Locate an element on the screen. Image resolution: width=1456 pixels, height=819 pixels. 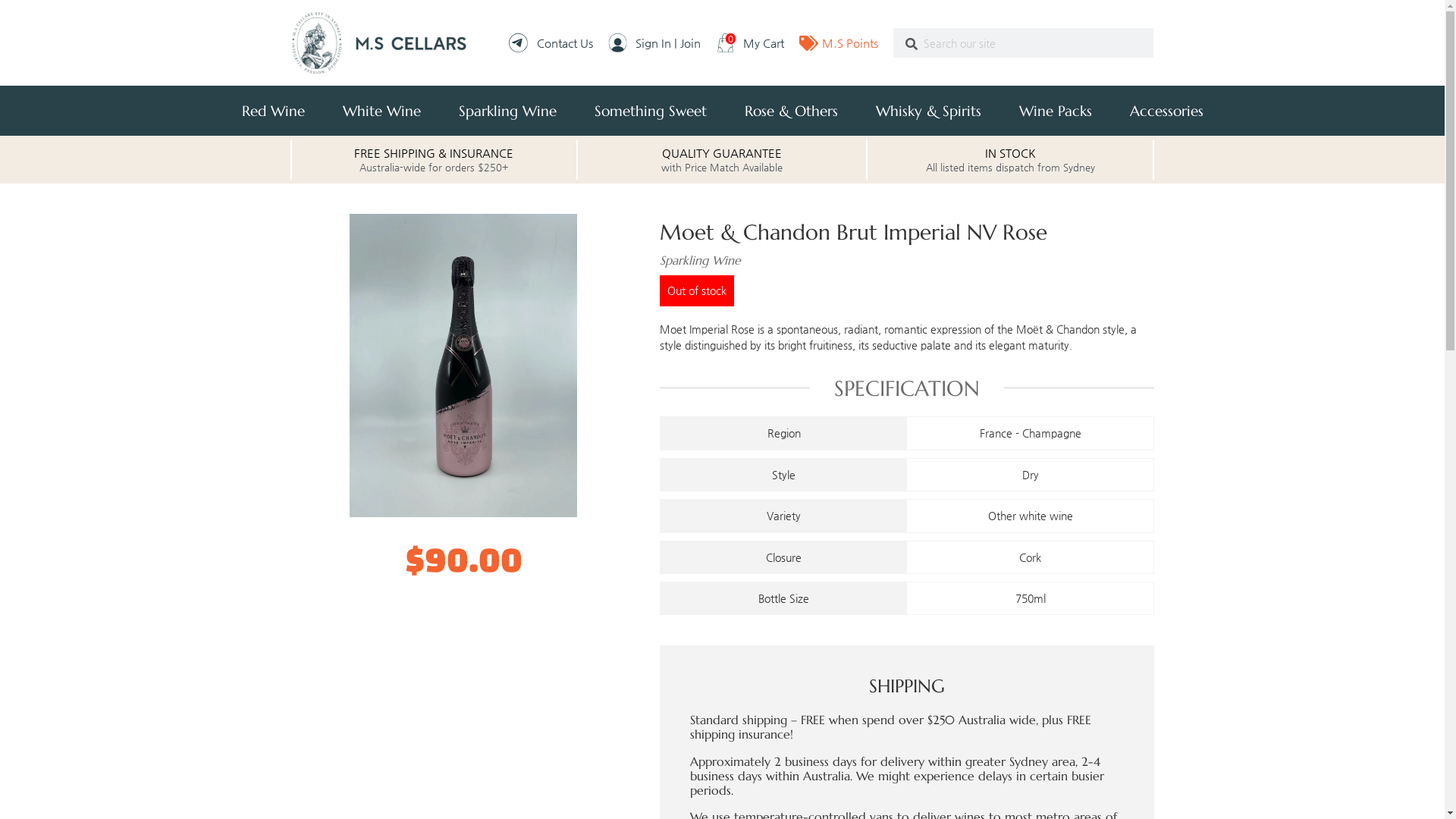
'Something Sweet' is located at coordinates (650, 110).